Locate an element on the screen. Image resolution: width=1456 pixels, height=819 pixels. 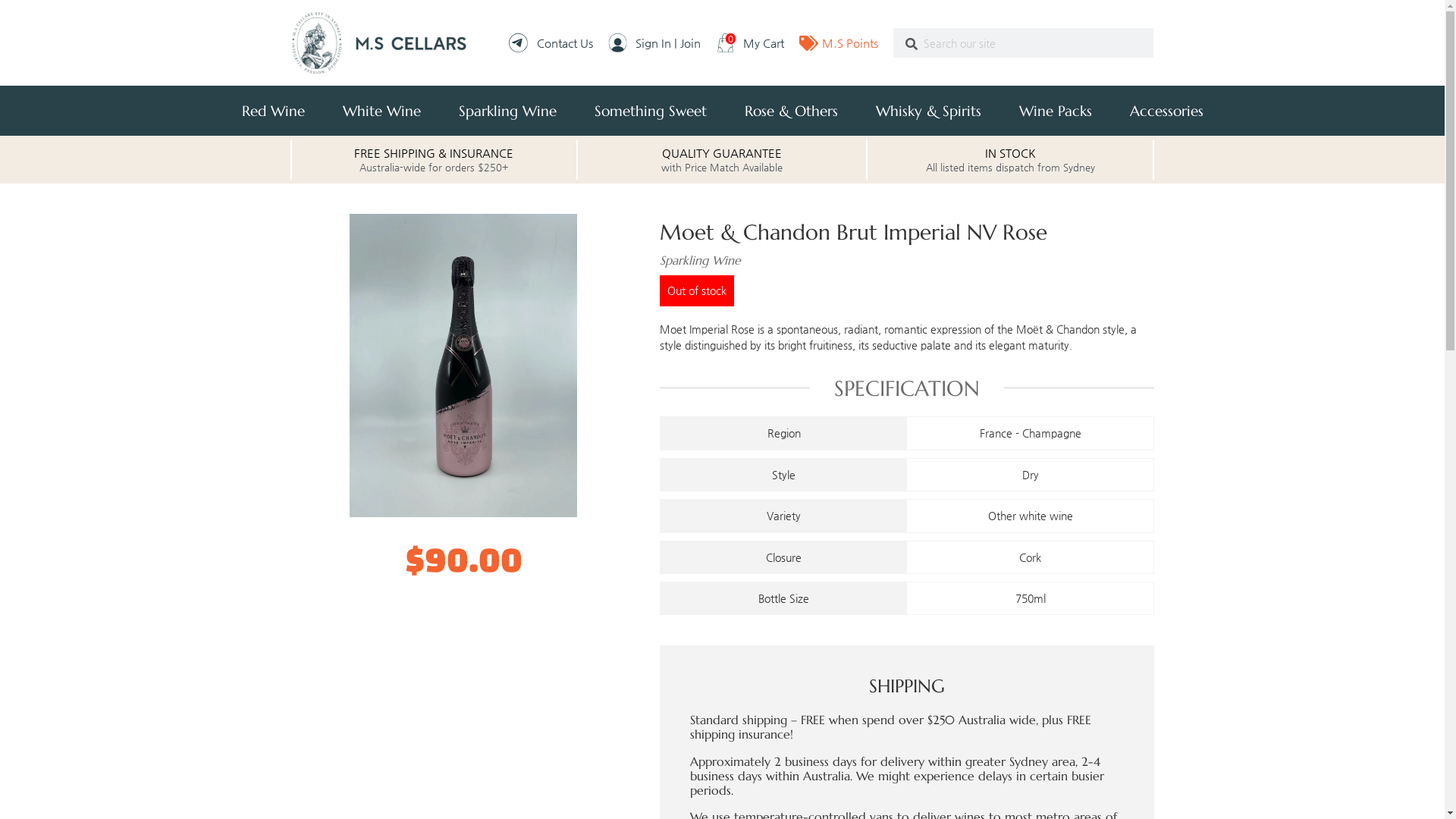
'Something Sweet' is located at coordinates (650, 110).